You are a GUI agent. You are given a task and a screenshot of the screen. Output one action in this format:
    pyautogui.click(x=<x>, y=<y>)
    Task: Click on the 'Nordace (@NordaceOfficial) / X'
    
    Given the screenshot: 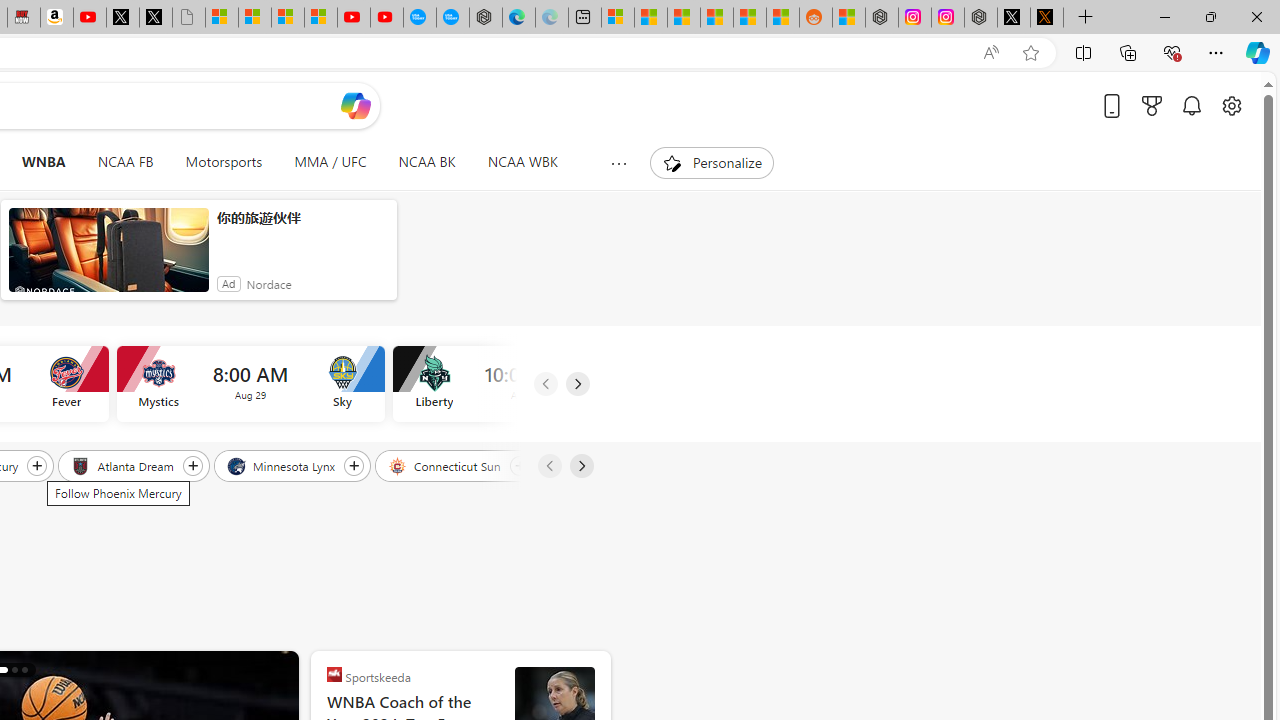 What is the action you would take?
    pyautogui.click(x=1014, y=17)
    